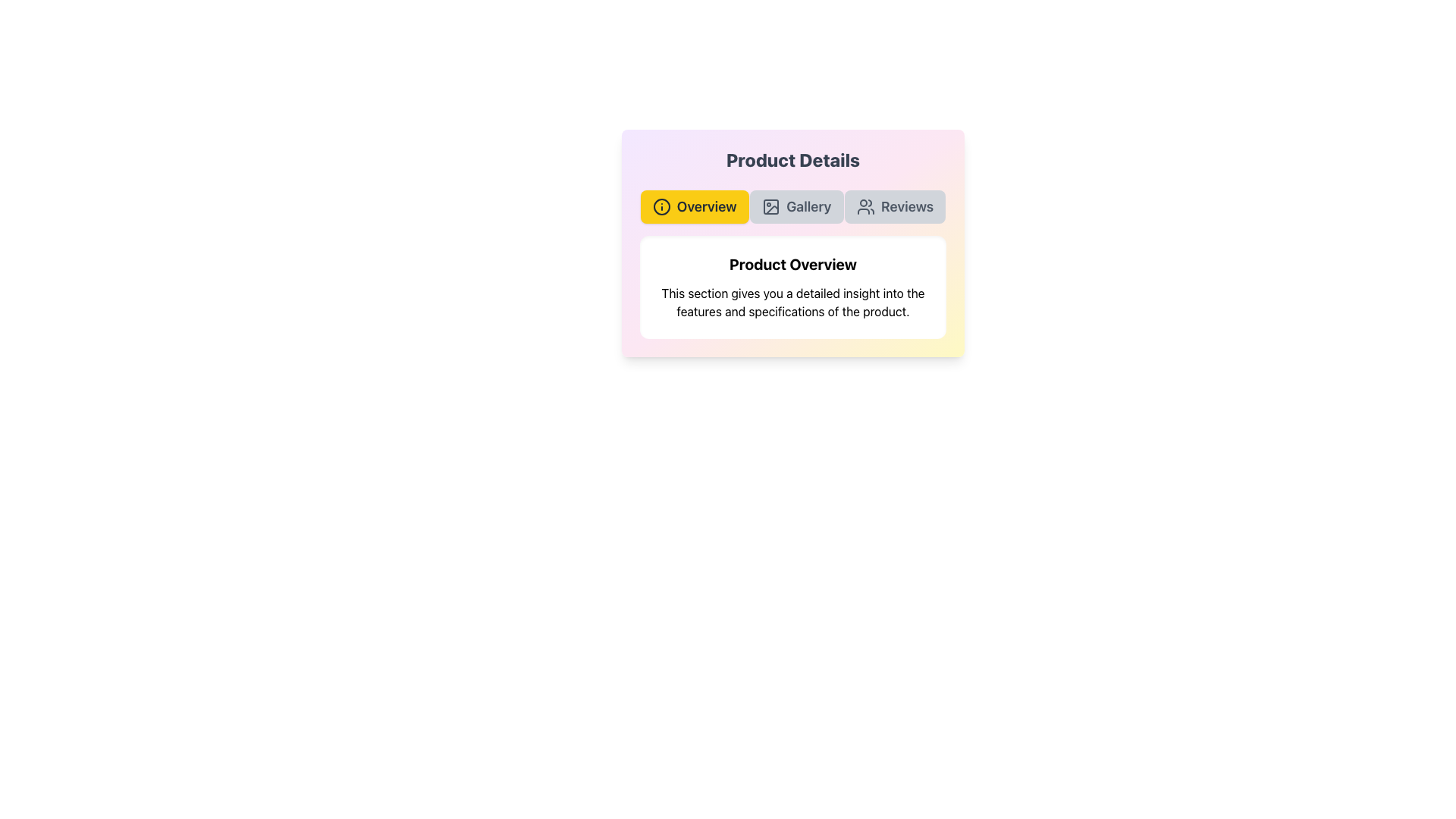  I want to click on the graphical content of the gallery icon, which is a diagonal line sloping downwards from left to right, located within the second button of the tab navigation bar at the top of the card, so click(772, 210).